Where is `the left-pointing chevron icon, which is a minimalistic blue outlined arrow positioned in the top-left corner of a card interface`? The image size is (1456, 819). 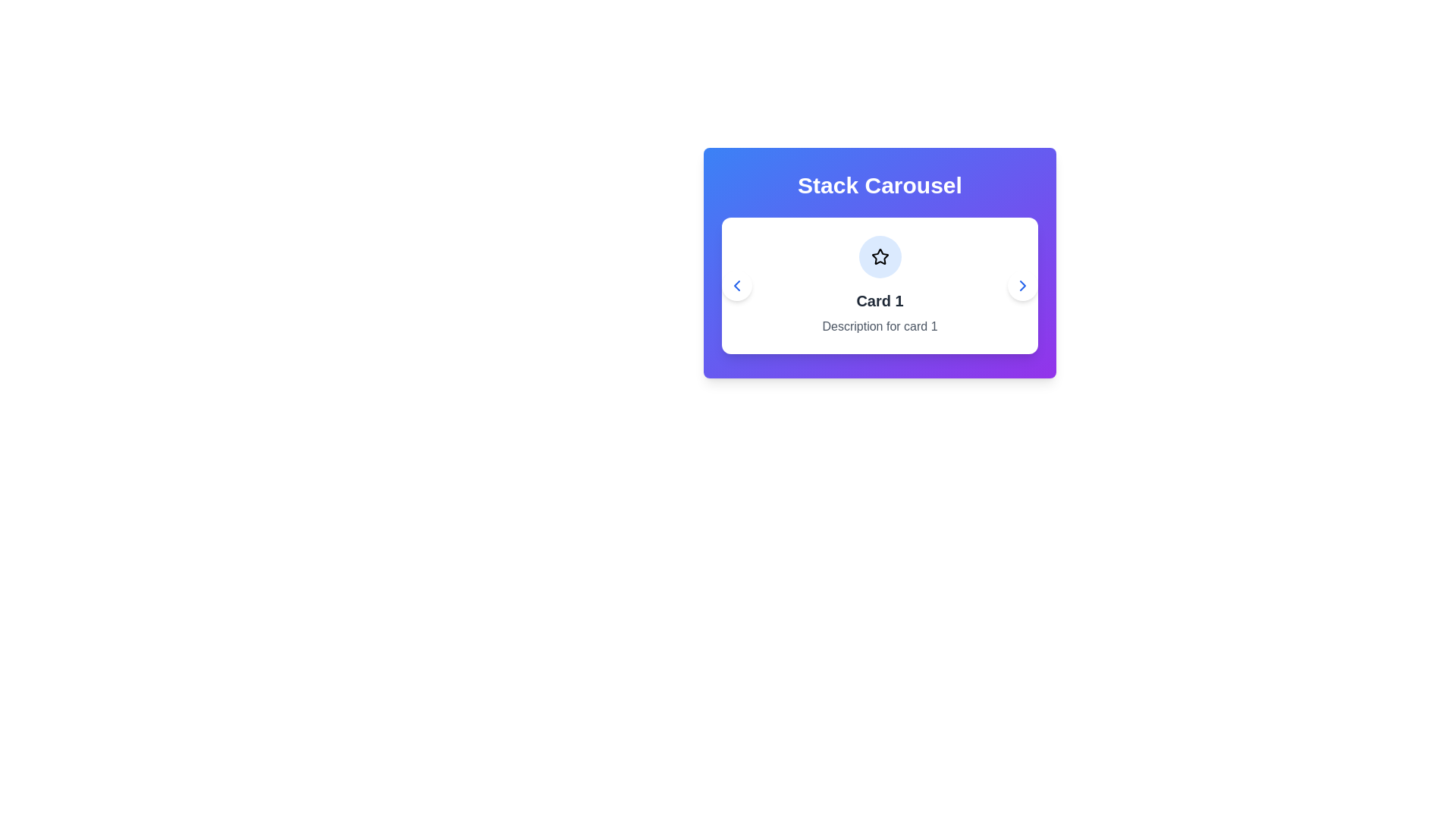
the left-pointing chevron icon, which is a minimalistic blue outlined arrow positioned in the top-left corner of a card interface is located at coordinates (736, 286).